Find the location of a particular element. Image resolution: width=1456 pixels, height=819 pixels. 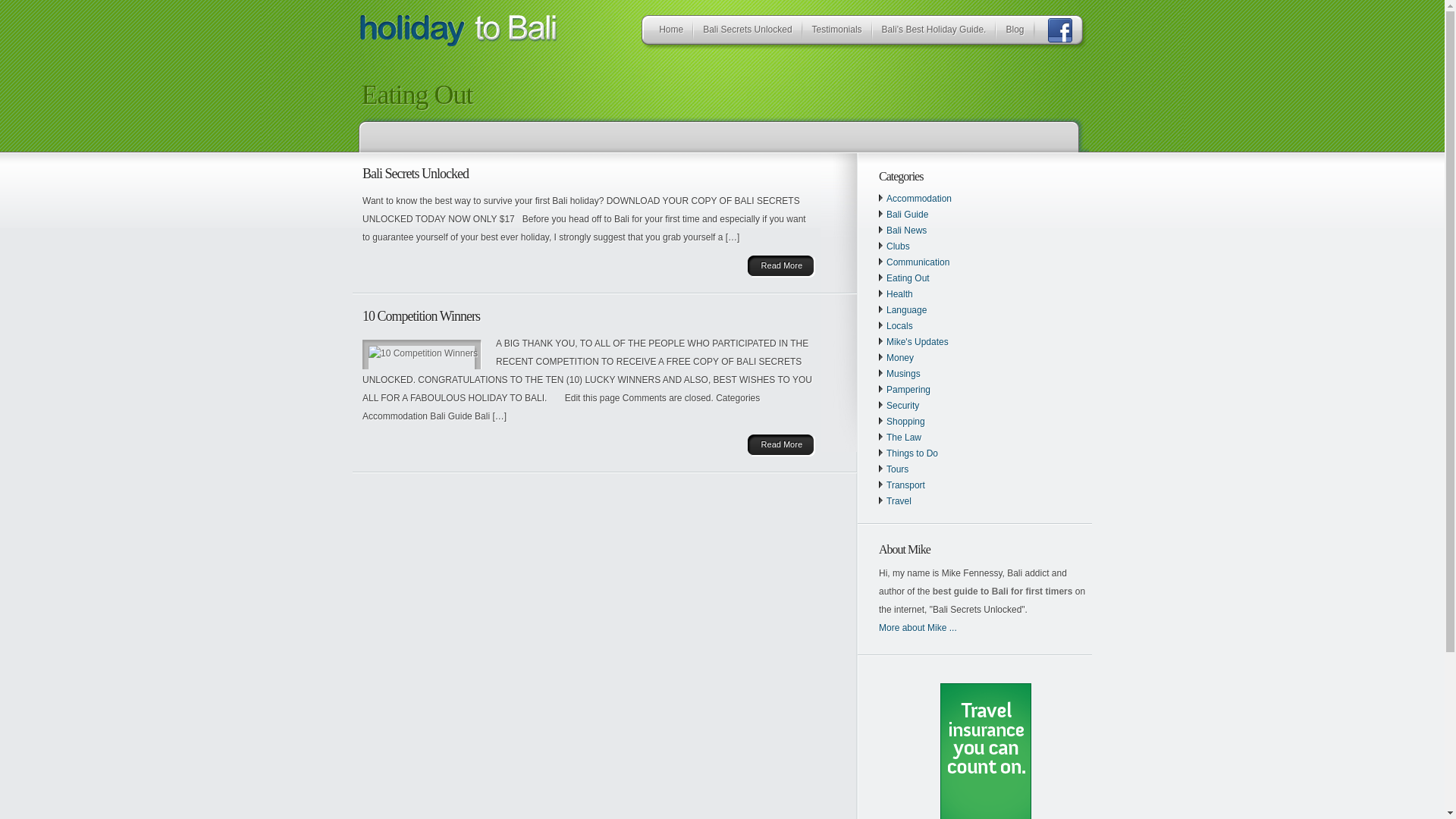

'Locals' is located at coordinates (899, 325).